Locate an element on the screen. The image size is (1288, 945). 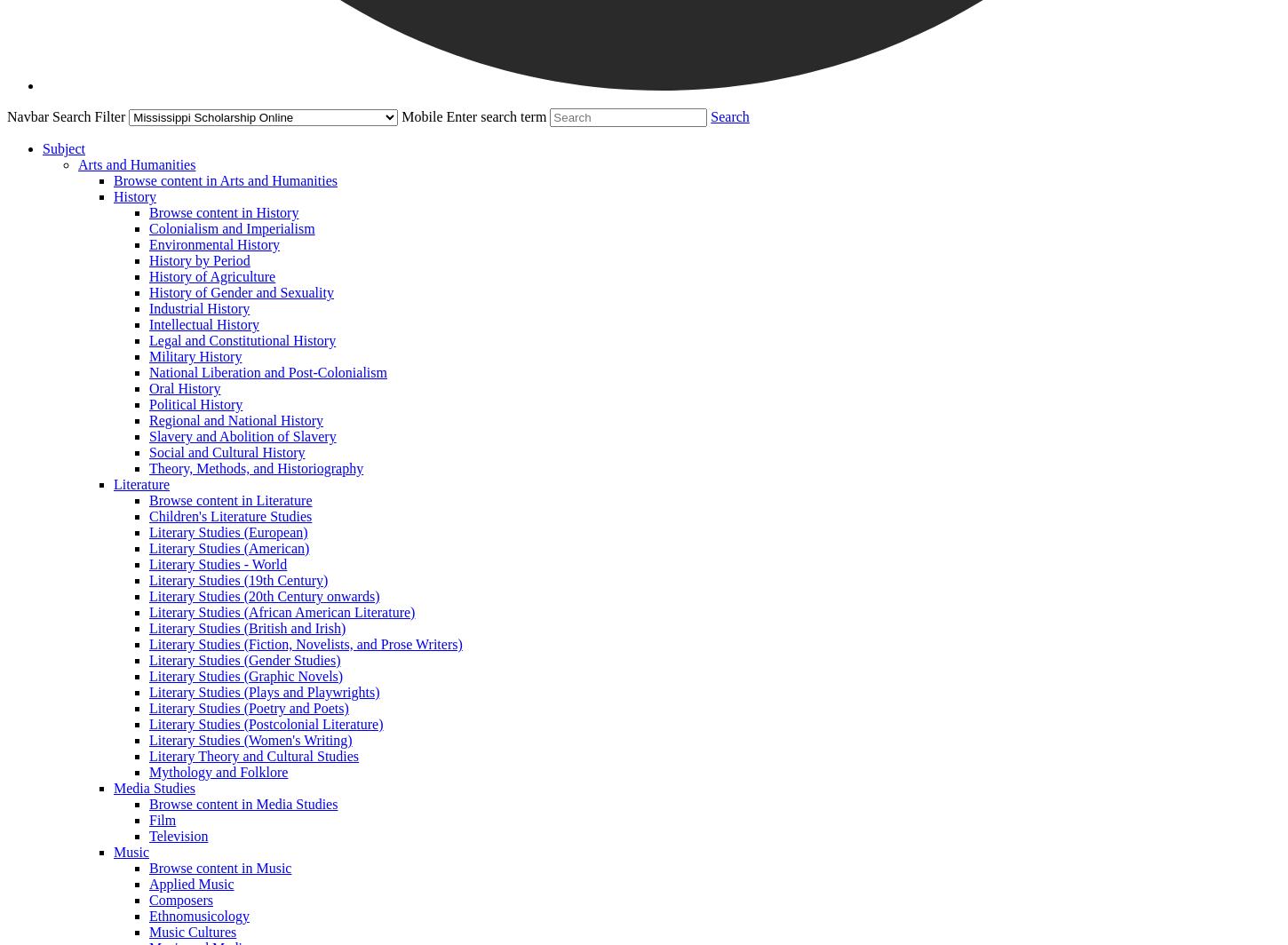
'Colonialism and Imperialism' is located at coordinates (232, 228).